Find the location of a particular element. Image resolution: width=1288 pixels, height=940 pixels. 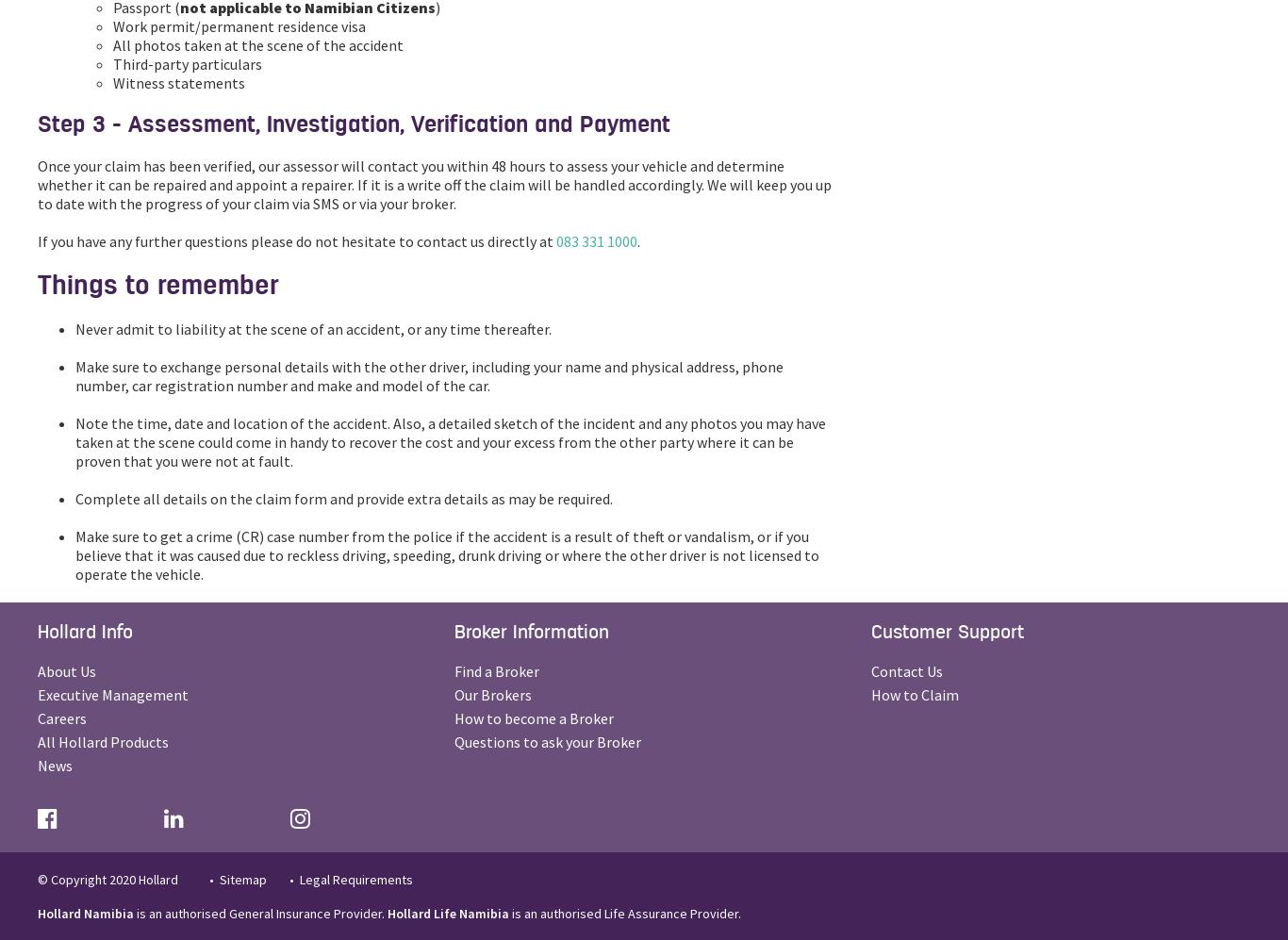

'Complete all details on the claim form and provide extra details as may be required.' is located at coordinates (342, 498).